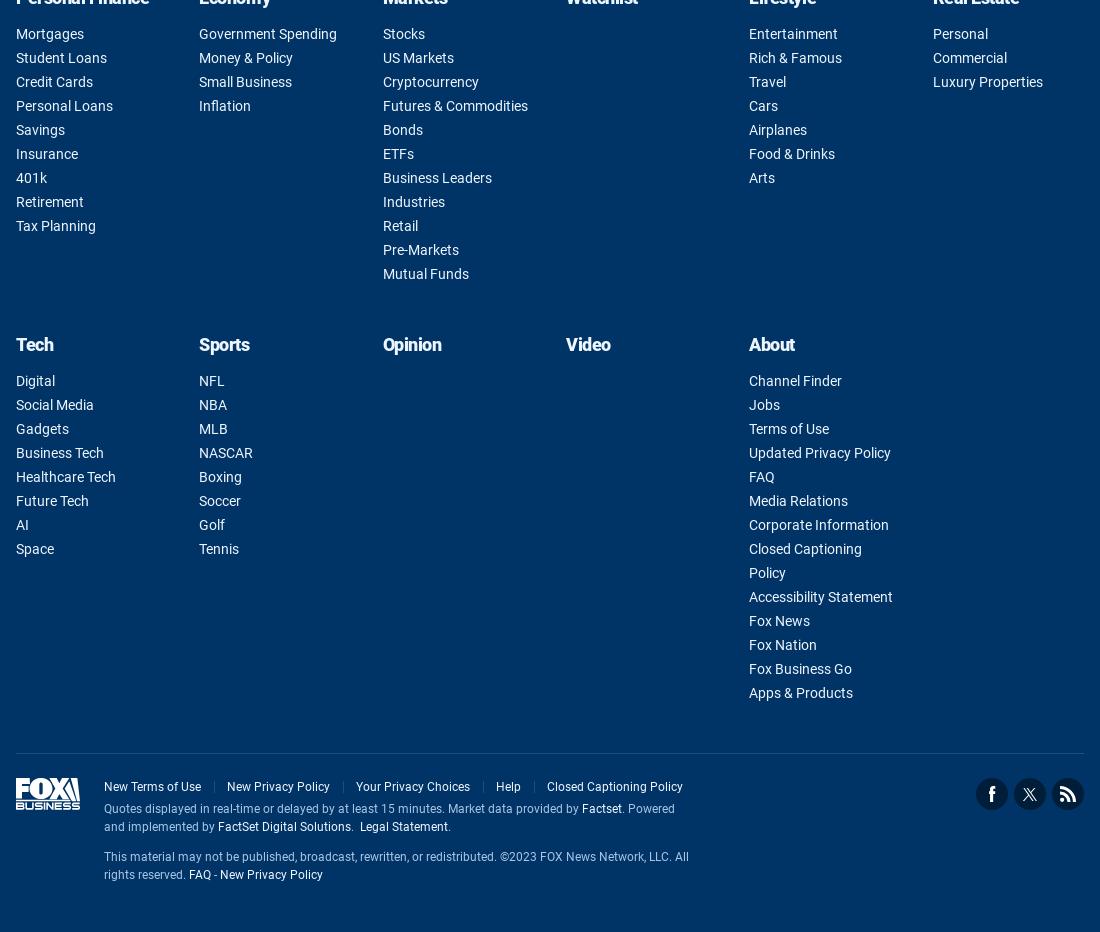 This screenshot has height=932, width=1100. What do you see at coordinates (418, 248) in the screenshot?
I see `'Pre-Markets'` at bounding box center [418, 248].